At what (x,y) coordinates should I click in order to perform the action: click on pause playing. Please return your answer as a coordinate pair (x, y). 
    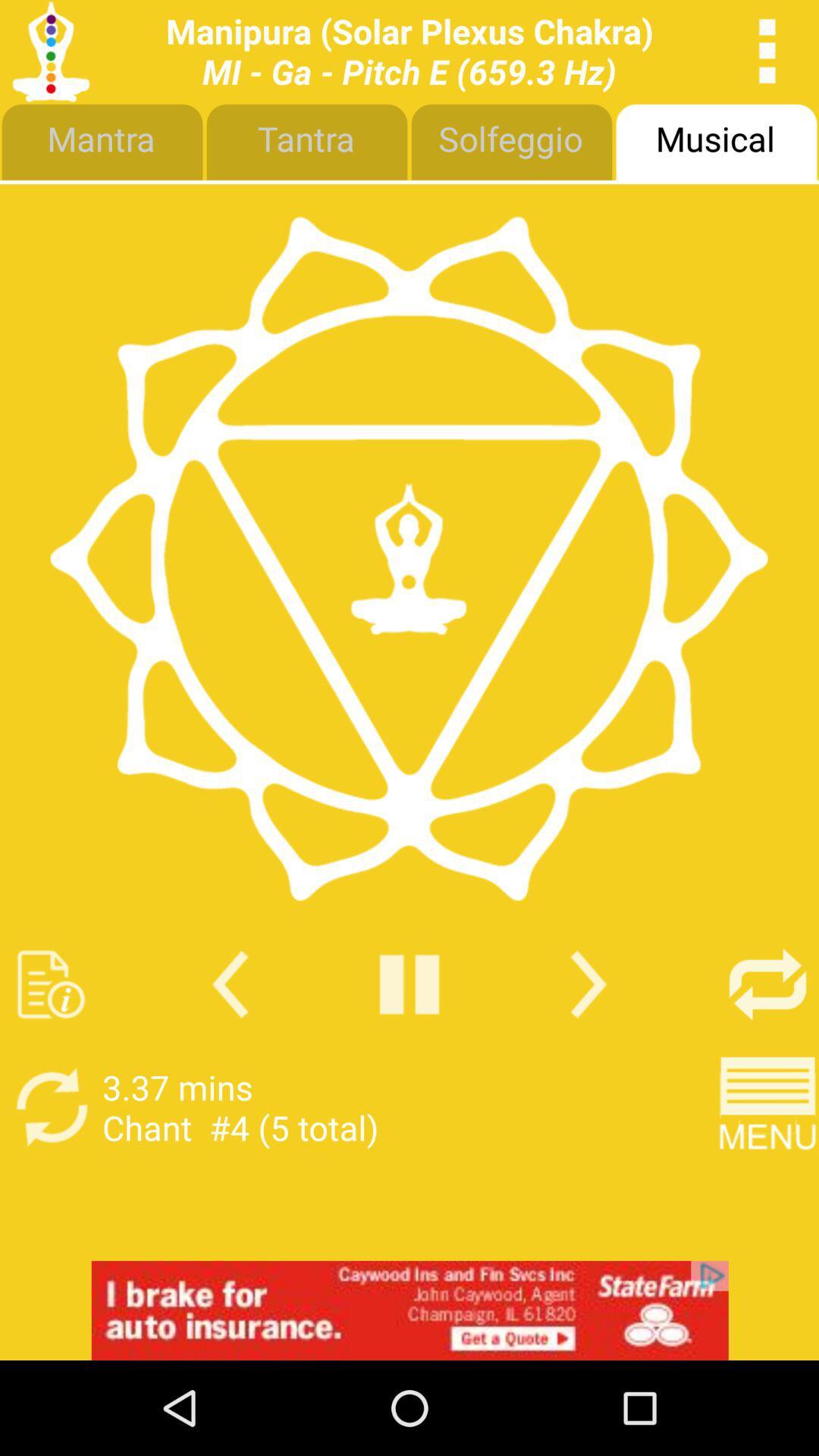
    Looking at the image, I should click on (409, 984).